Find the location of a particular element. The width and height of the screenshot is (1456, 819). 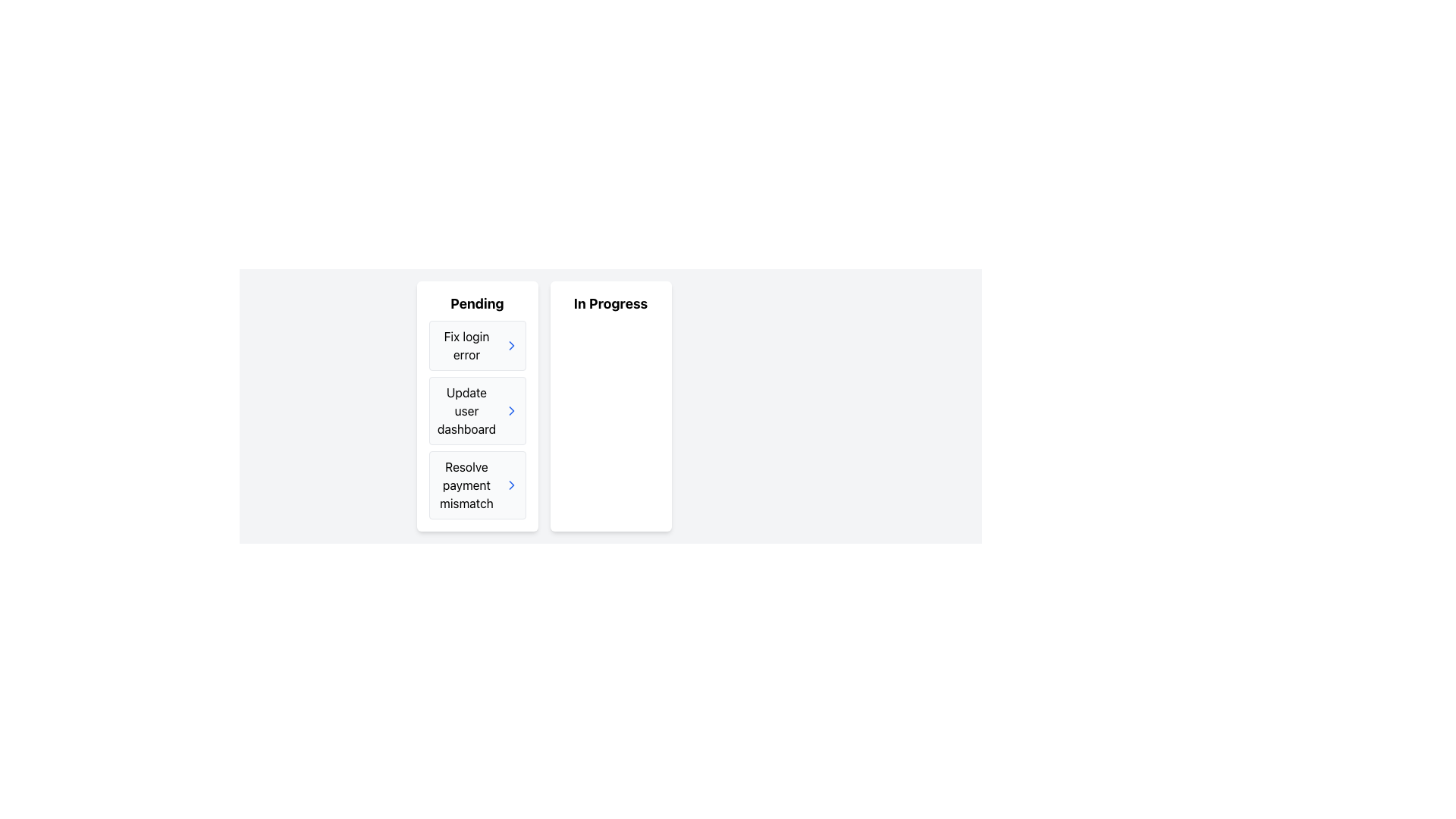

the 'Fix login error' button located is located at coordinates (476, 345).